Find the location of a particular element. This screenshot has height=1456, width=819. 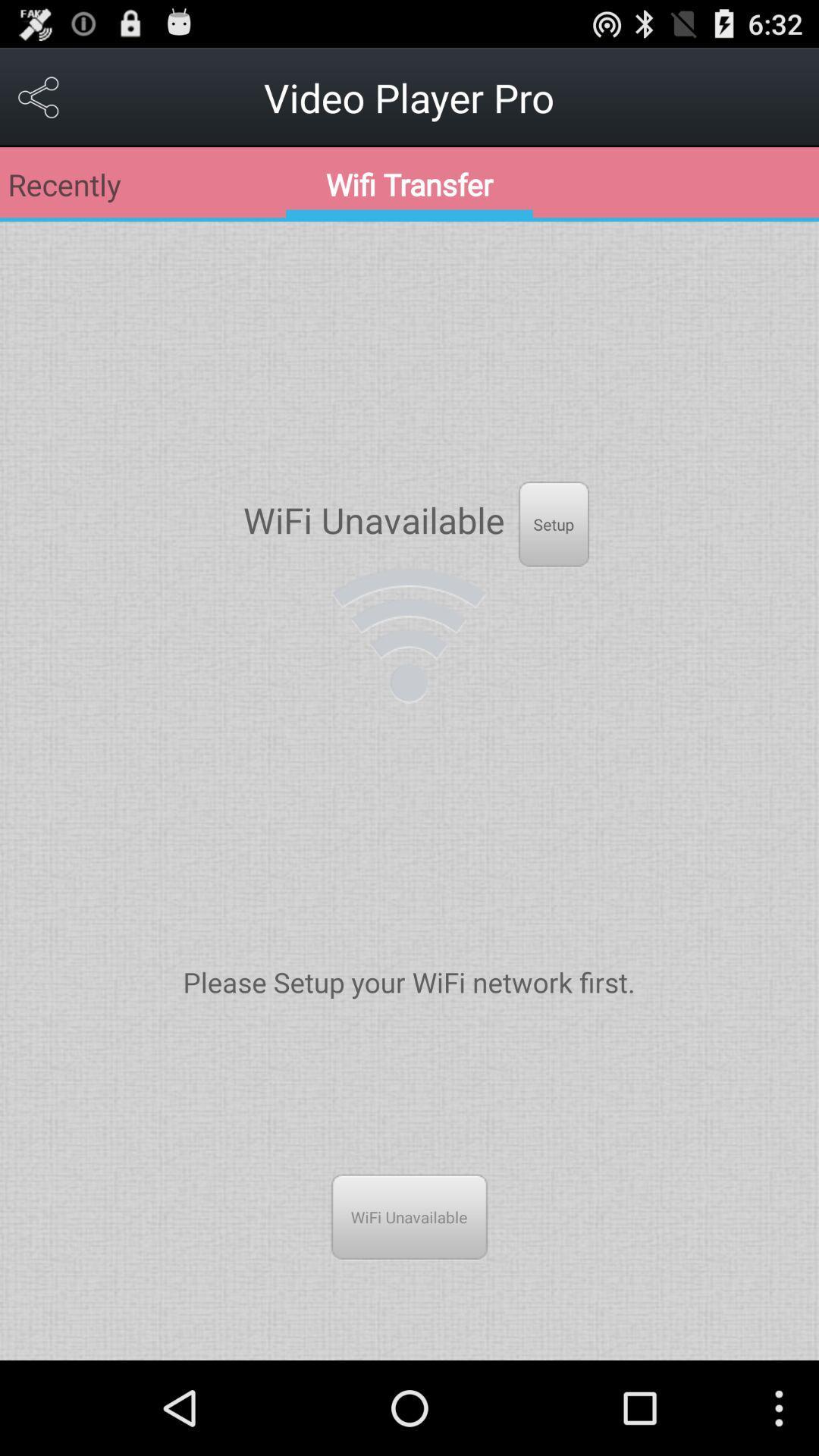

wifi option is located at coordinates (408, 635).